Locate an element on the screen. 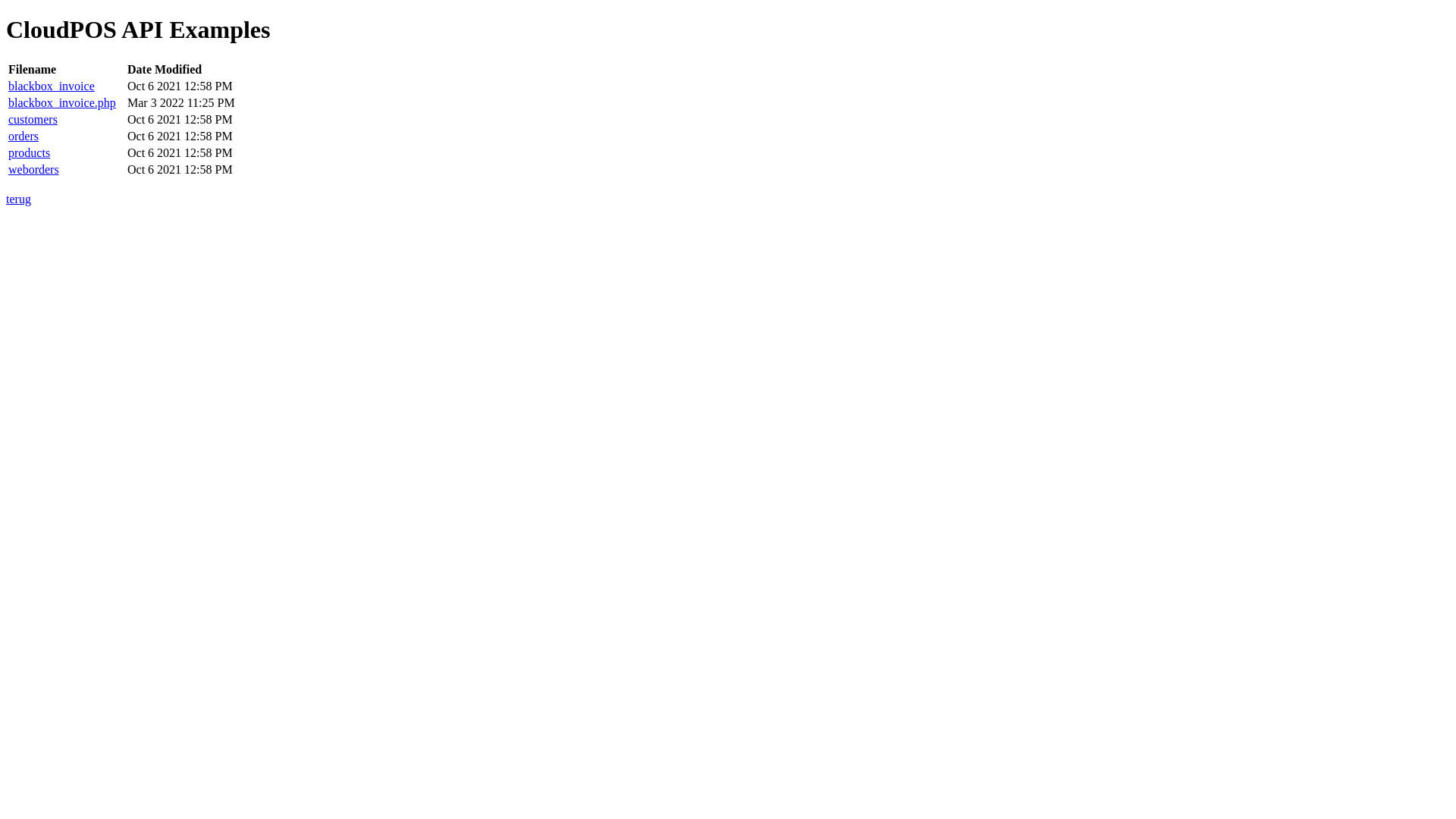 This screenshot has height=819, width=1456. 'products' is located at coordinates (29, 152).